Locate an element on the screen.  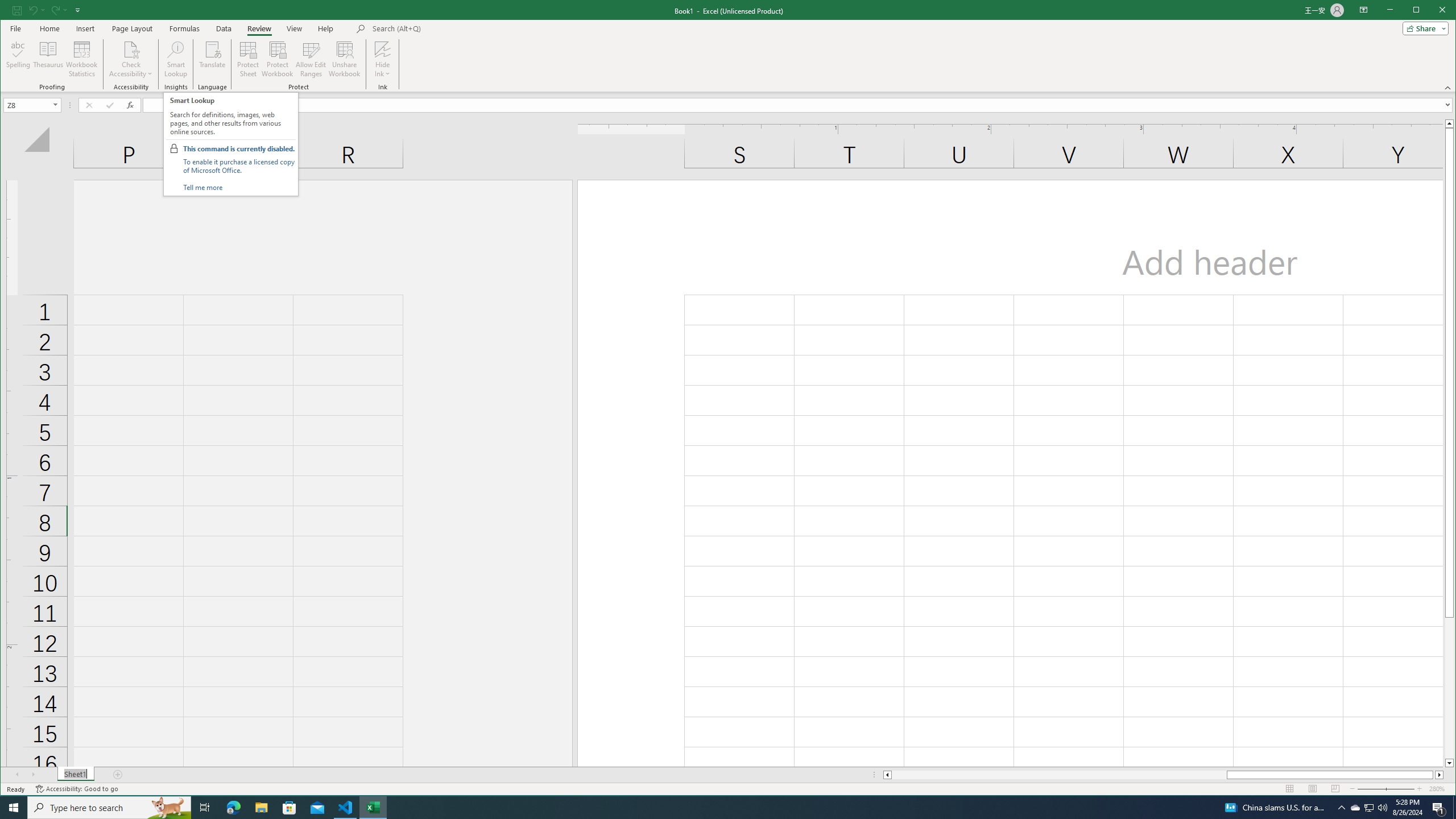
'Start' is located at coordinates (14, 806).